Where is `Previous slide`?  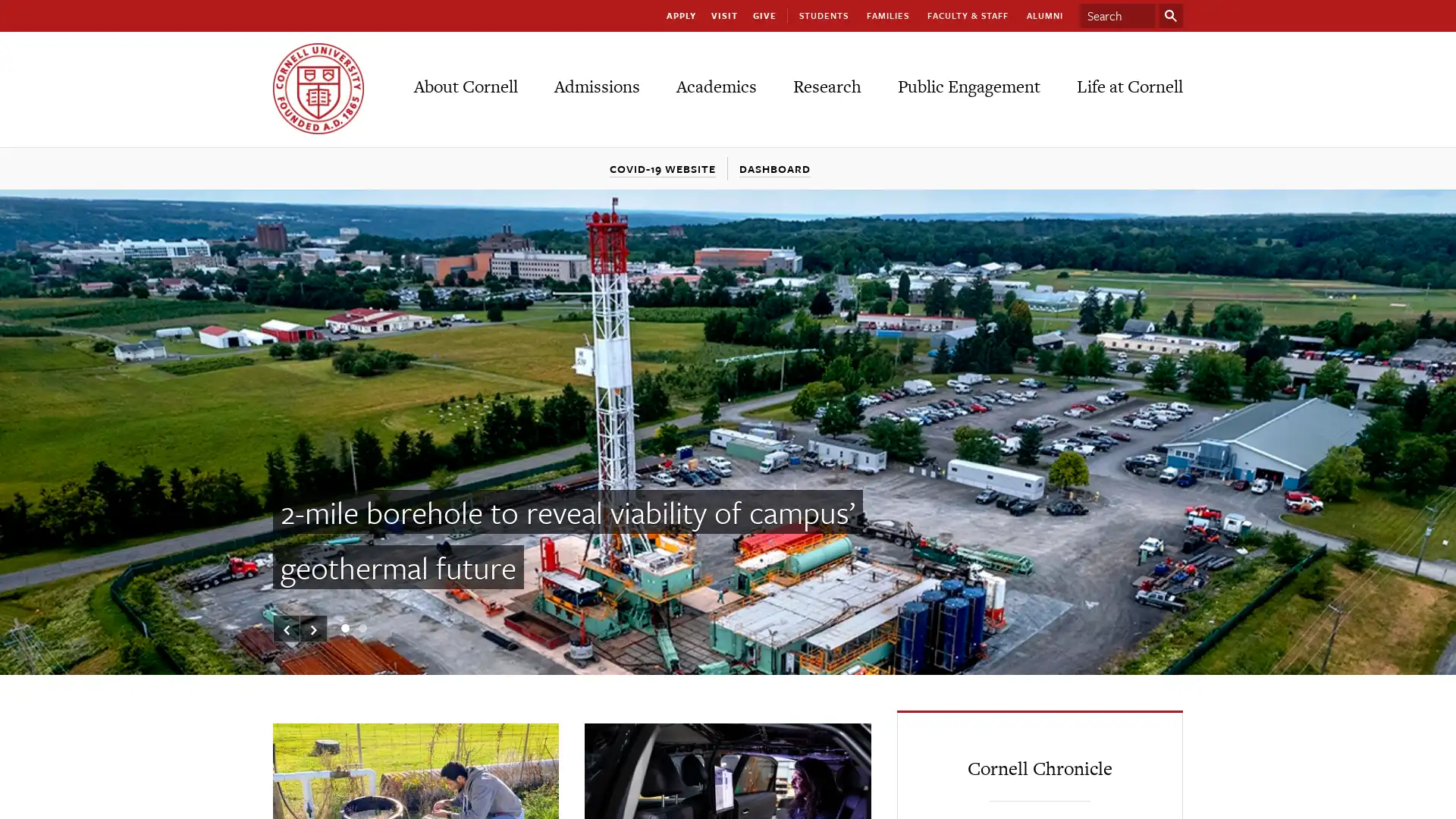
Previous slide is located at coordinates (287, 629).